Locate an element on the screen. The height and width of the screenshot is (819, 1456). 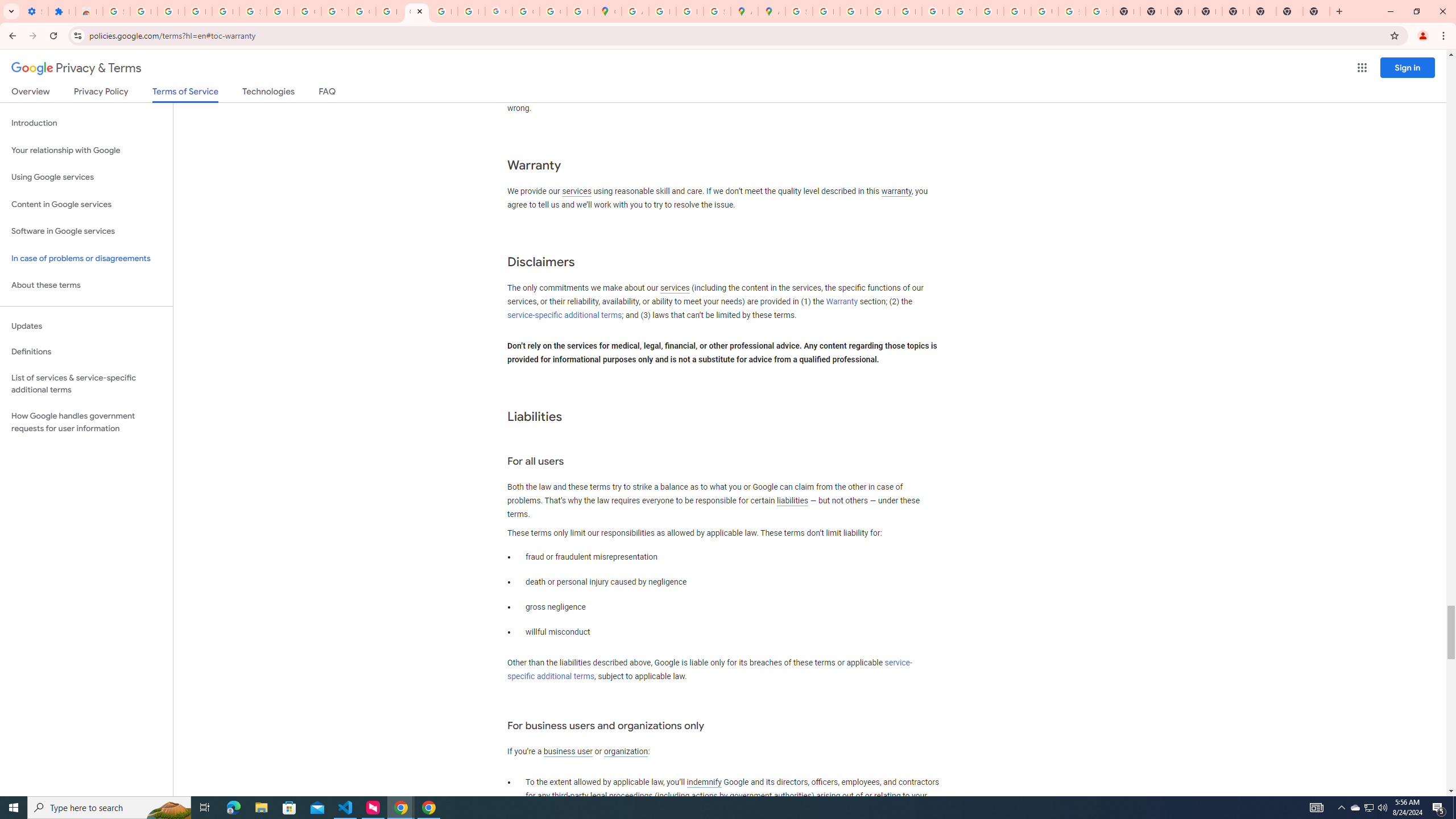
'Using Google services' is located at coordinates (86, 176).